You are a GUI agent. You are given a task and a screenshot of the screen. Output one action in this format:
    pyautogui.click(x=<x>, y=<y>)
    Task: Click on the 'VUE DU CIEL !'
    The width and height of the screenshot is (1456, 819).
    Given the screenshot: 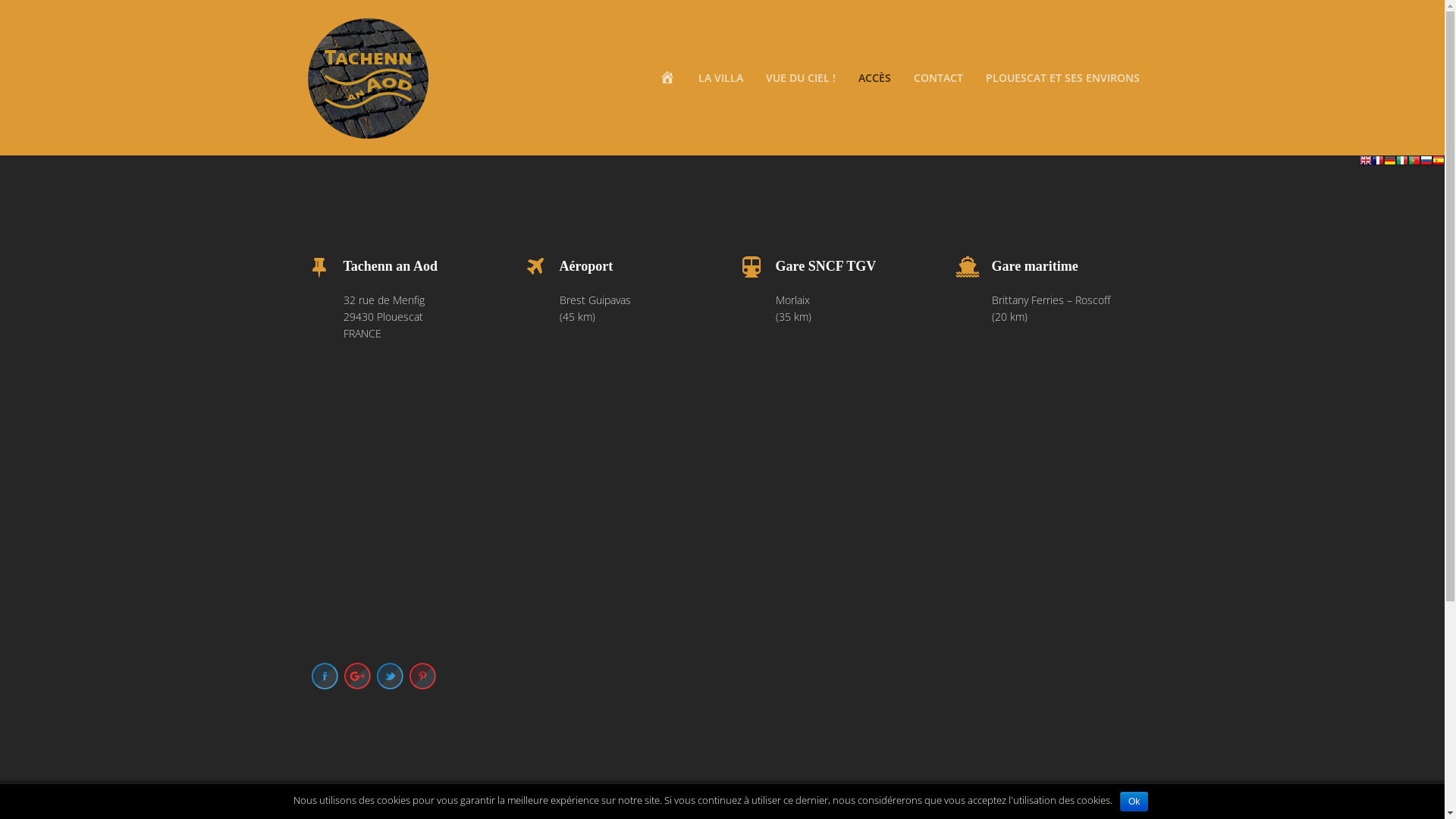 What is the action you would take?
    pyautogui.click(x=800, y=77)
    